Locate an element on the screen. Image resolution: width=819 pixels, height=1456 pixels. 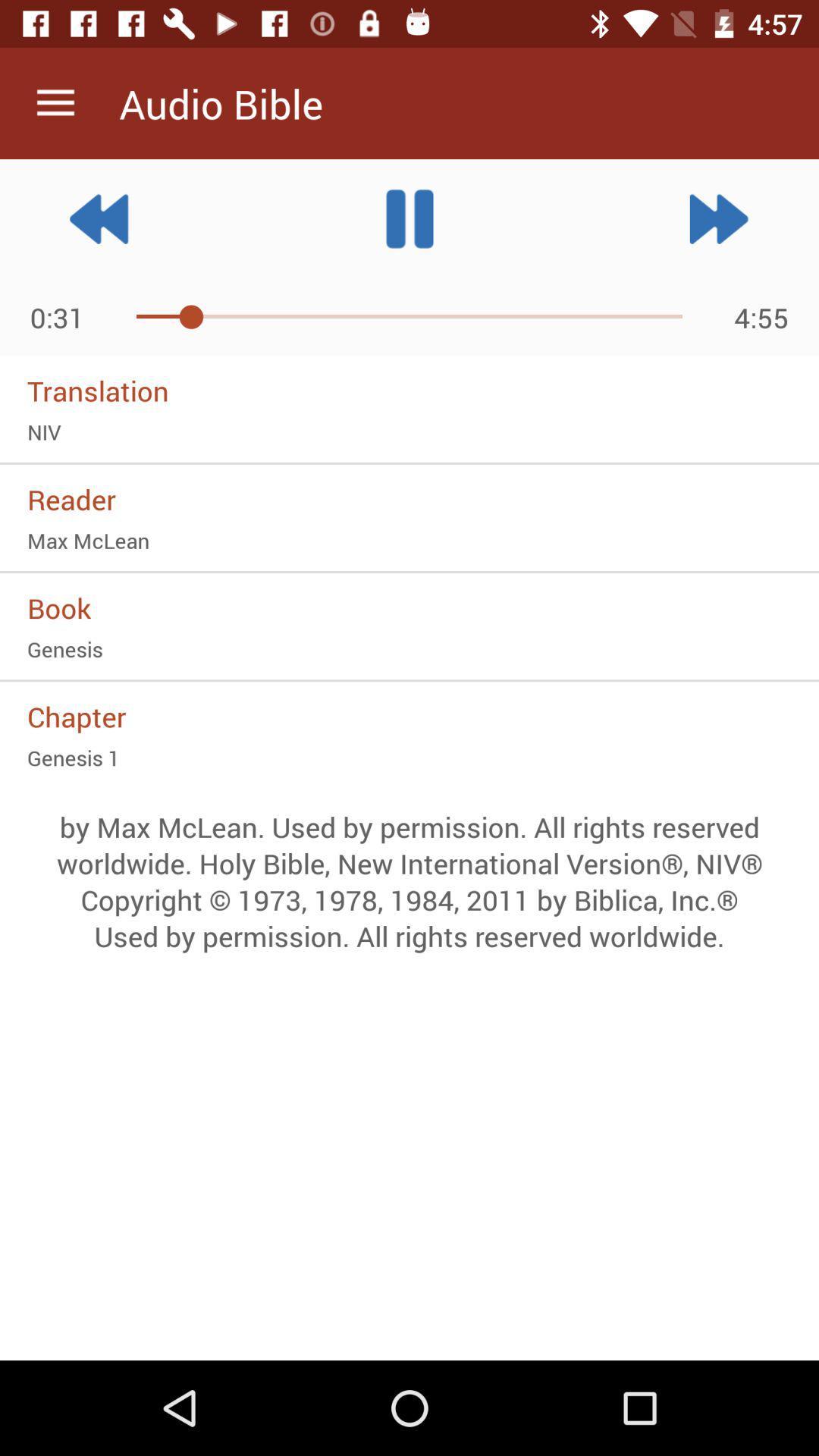
the item below chapter is located at coordinates (409, 758).